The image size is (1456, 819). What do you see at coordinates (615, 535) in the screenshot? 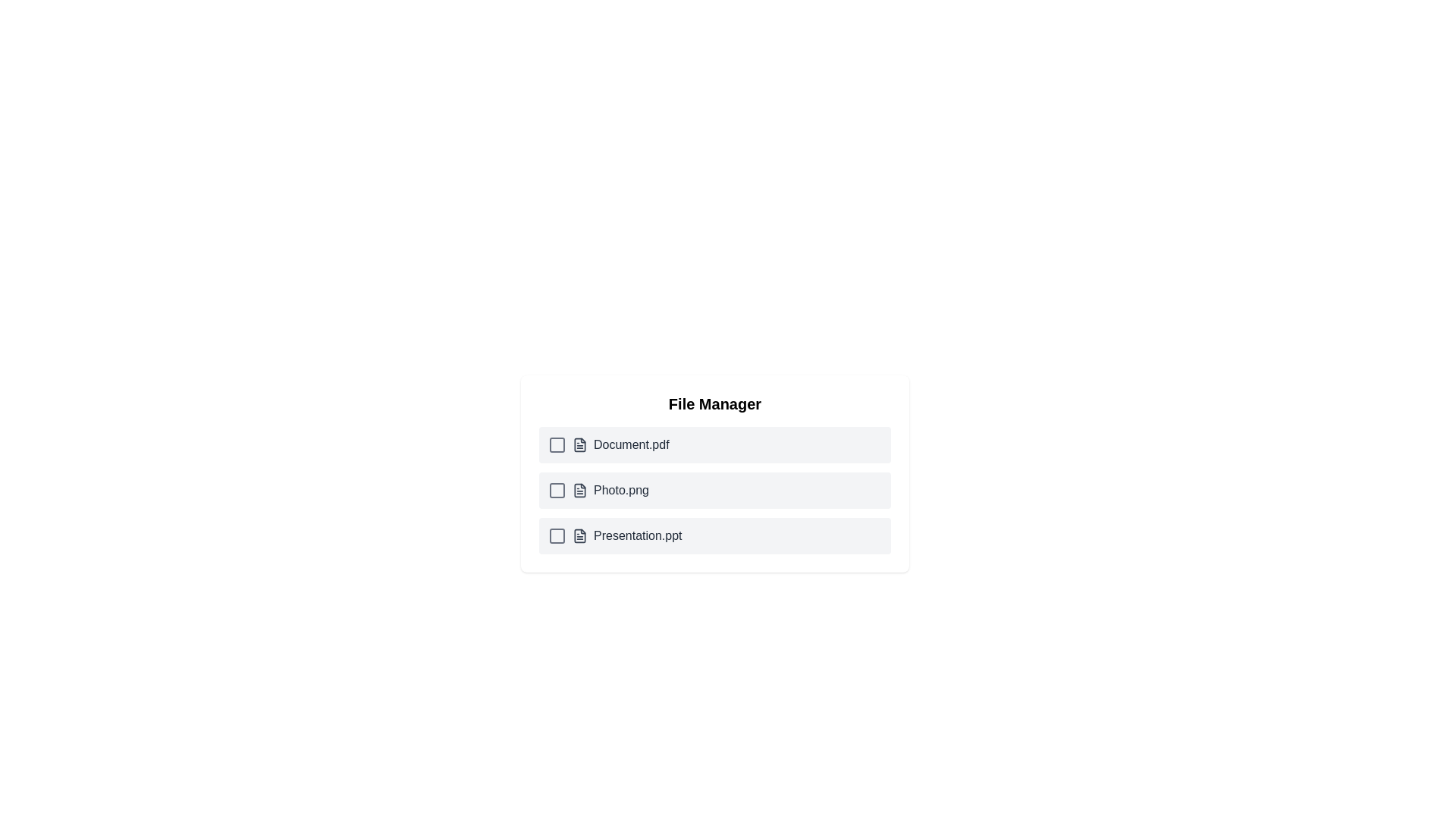
I see `the checkbox next to the file 'Presentation.ppt'` at bounding box center [615, 535].